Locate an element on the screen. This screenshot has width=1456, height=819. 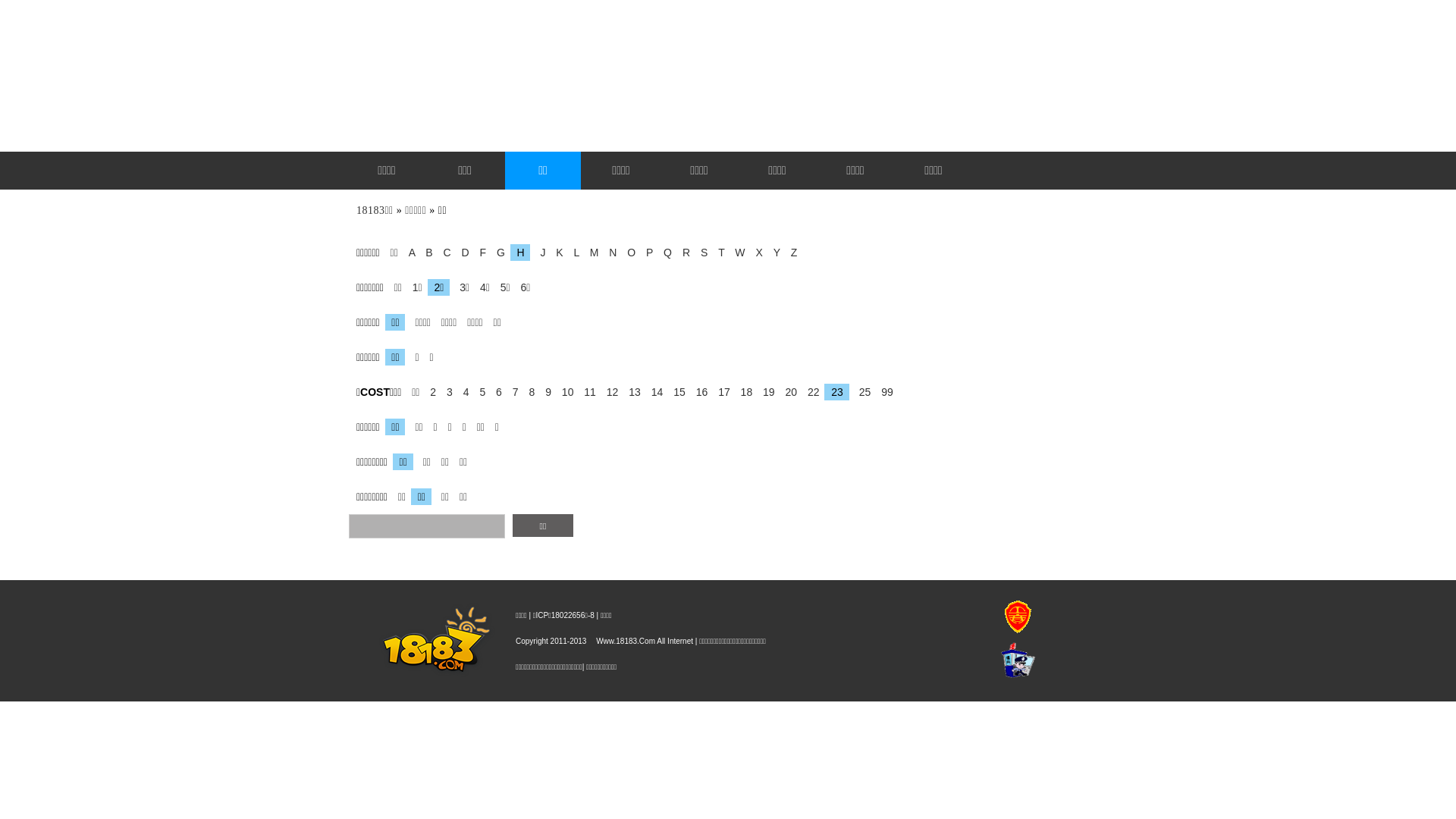
'20' is located at coordinates (778, 391).